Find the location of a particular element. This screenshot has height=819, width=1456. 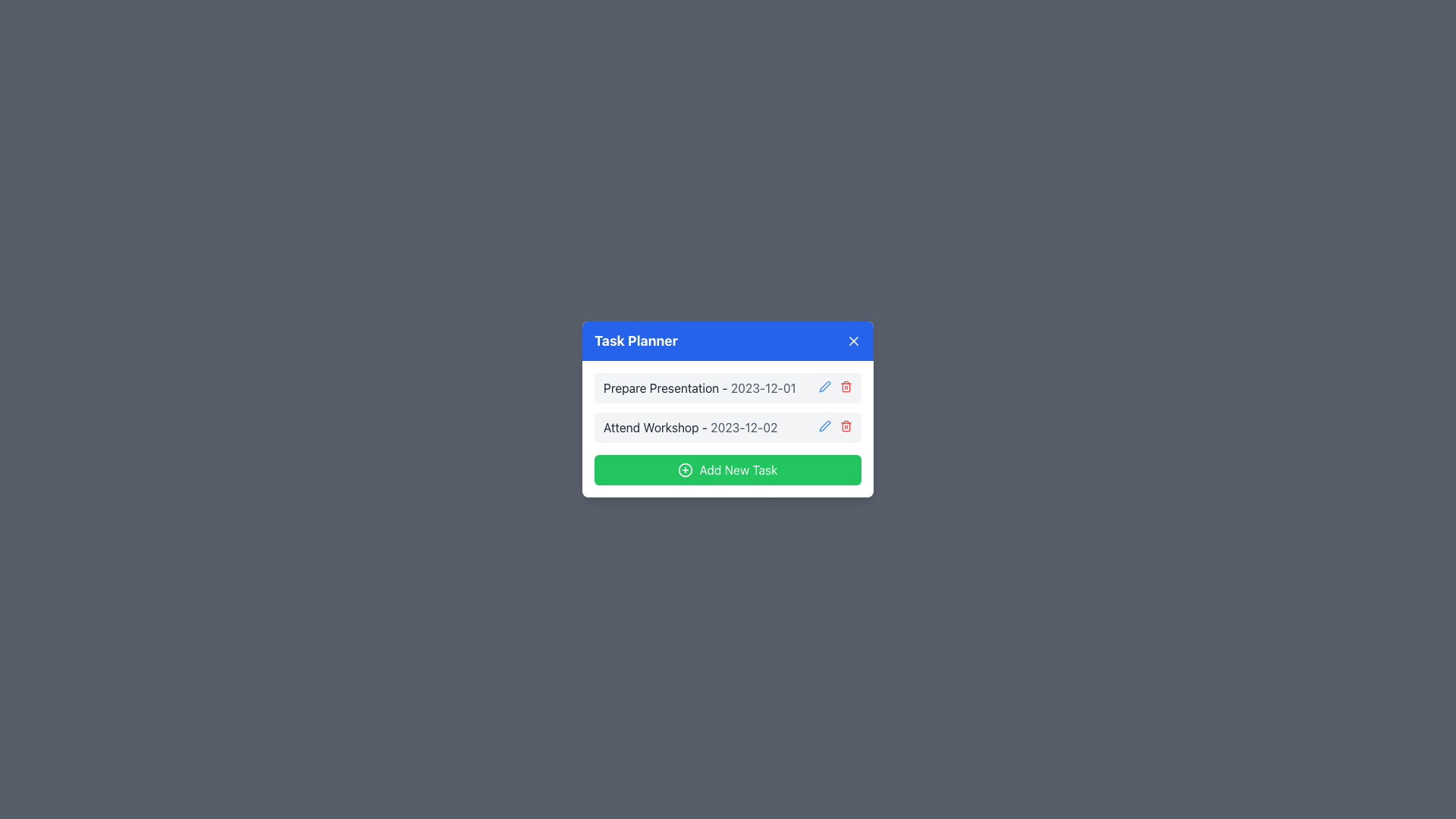

text label that says 'Add New Task', which is styled in white on a green background and is centrally aligned within a green button at the bottom of the 'Task Planner' dialog is located at coordinates (739, 469).